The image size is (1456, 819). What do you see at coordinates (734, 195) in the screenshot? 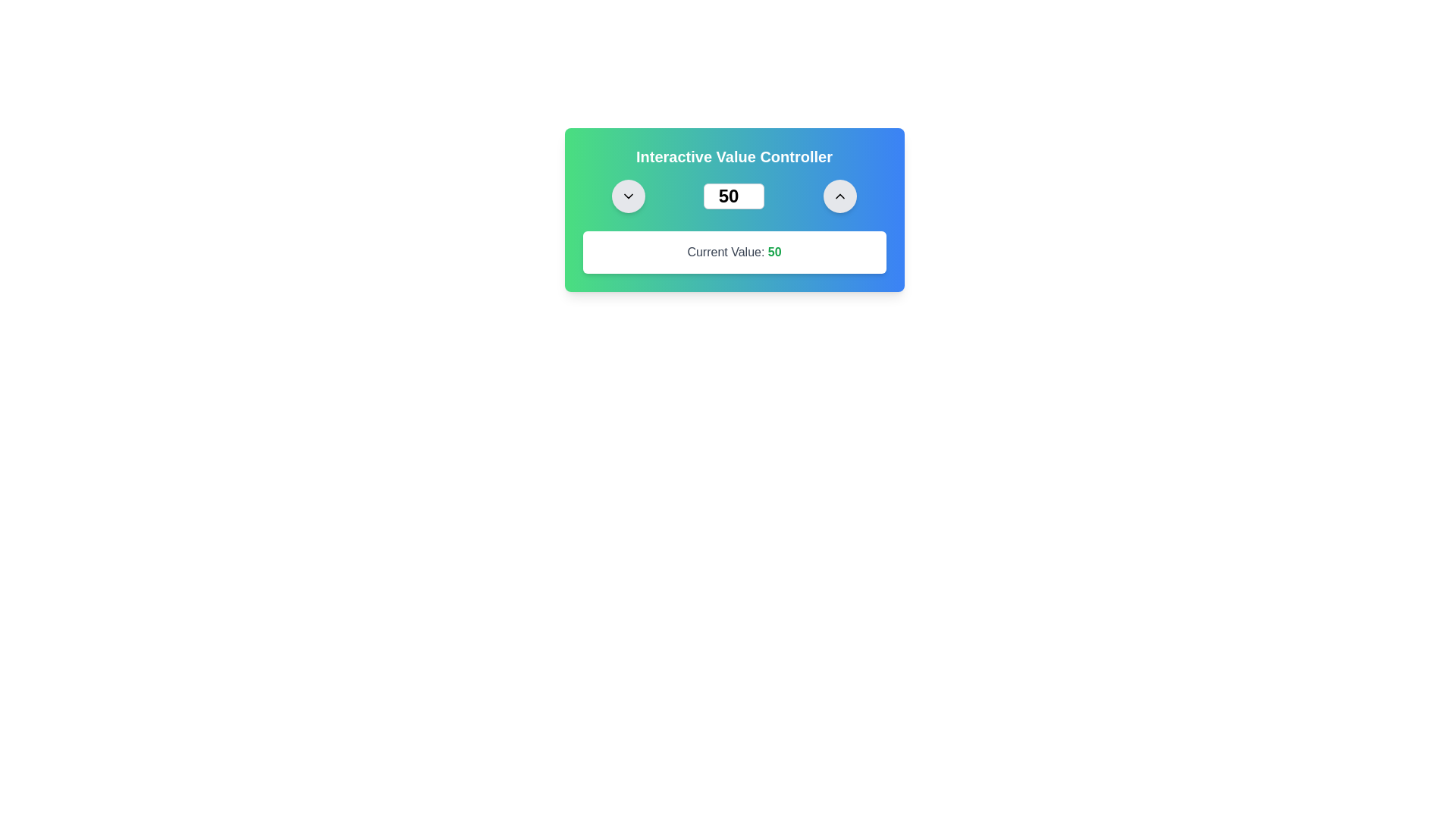
I see `the Text Input (Number Field) that allows users` at bounding box center [734, 195].